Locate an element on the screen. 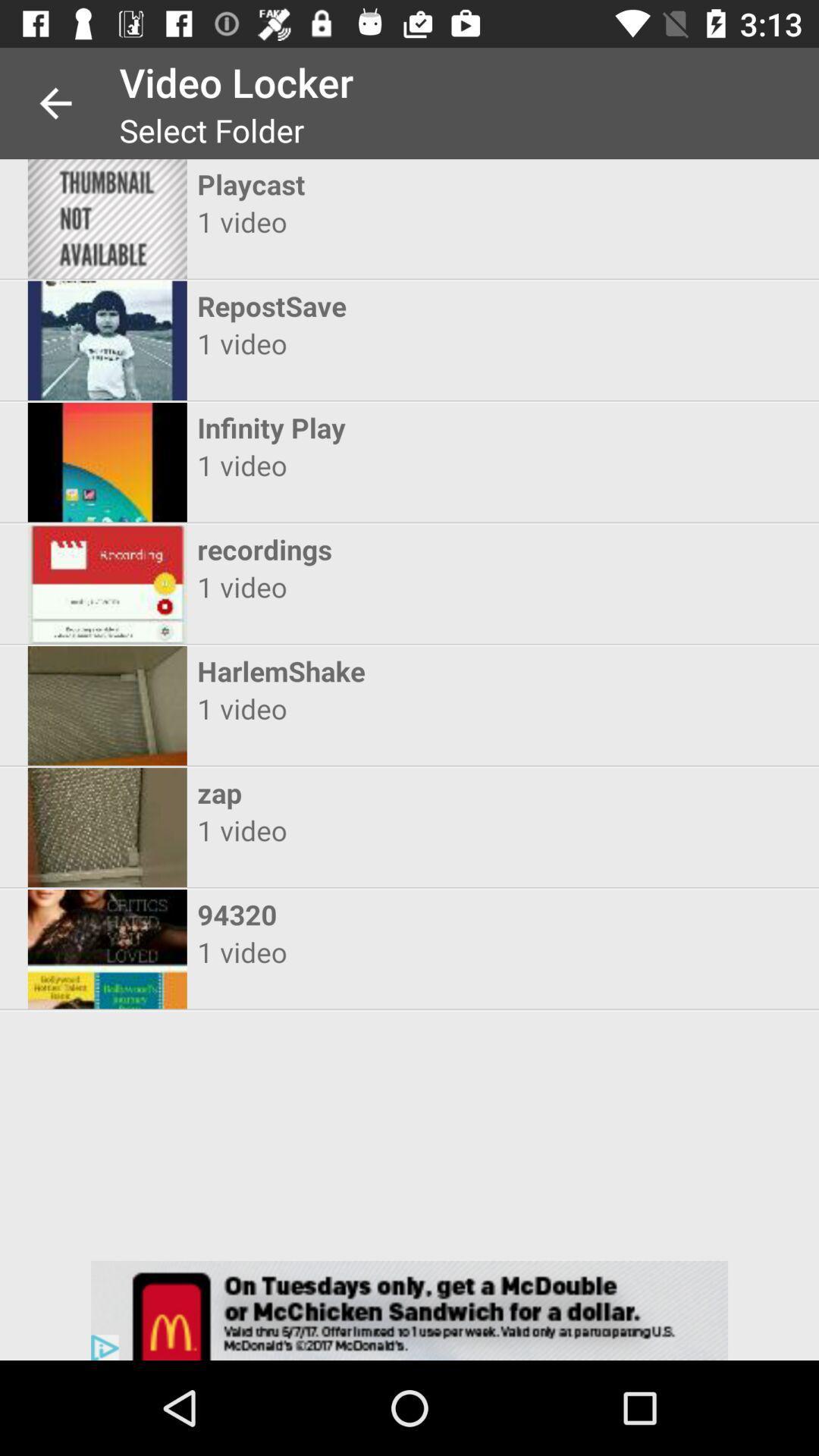 This screenshot has height=1456, width=819. playcast is located at coordinates (395, 184).